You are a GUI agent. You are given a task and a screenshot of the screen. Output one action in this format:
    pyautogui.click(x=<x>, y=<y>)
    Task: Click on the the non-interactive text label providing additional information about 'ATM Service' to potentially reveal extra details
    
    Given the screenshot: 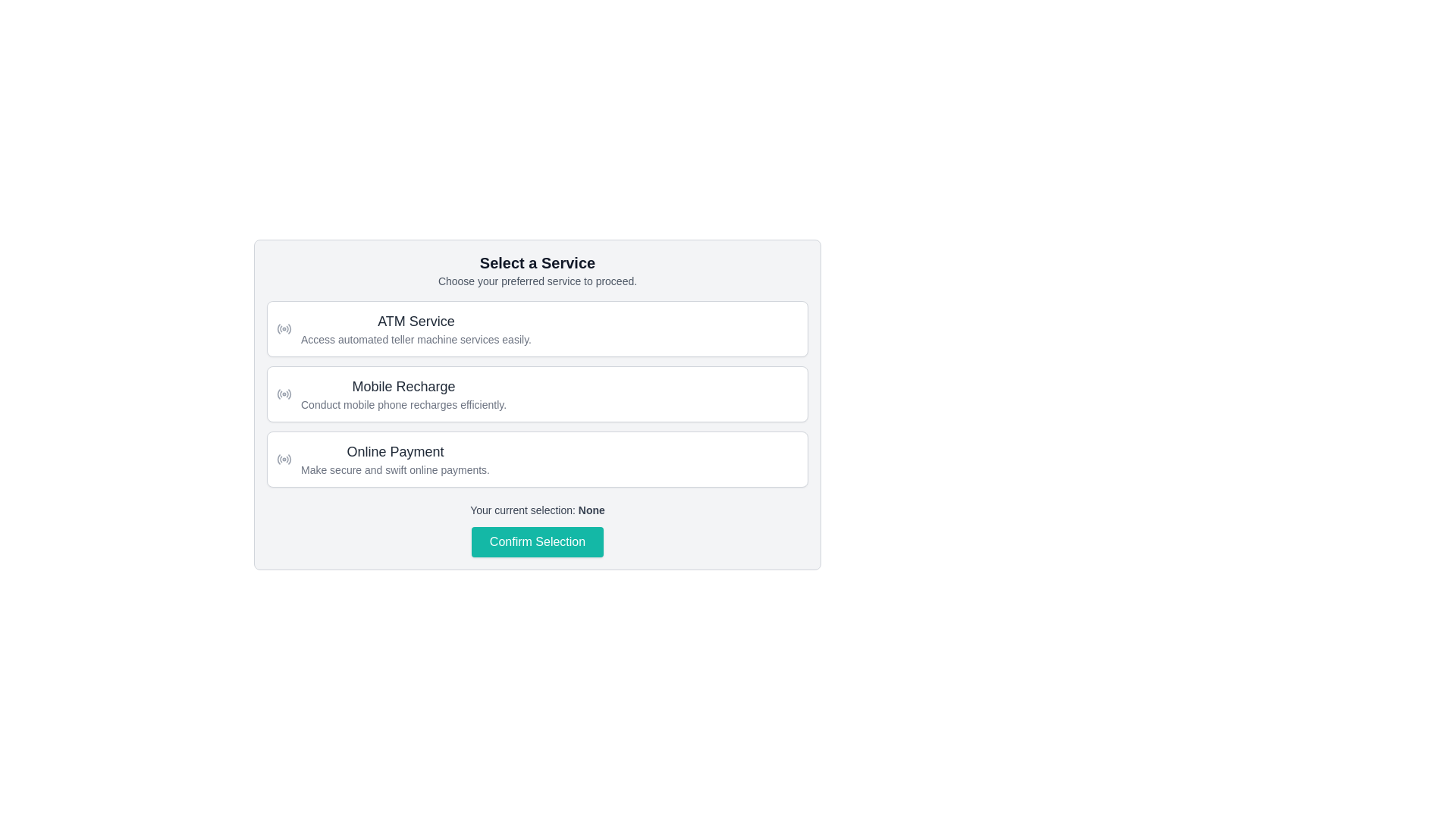 What is the action you would take?
    pyautogui.click(x=416, y=338)
    